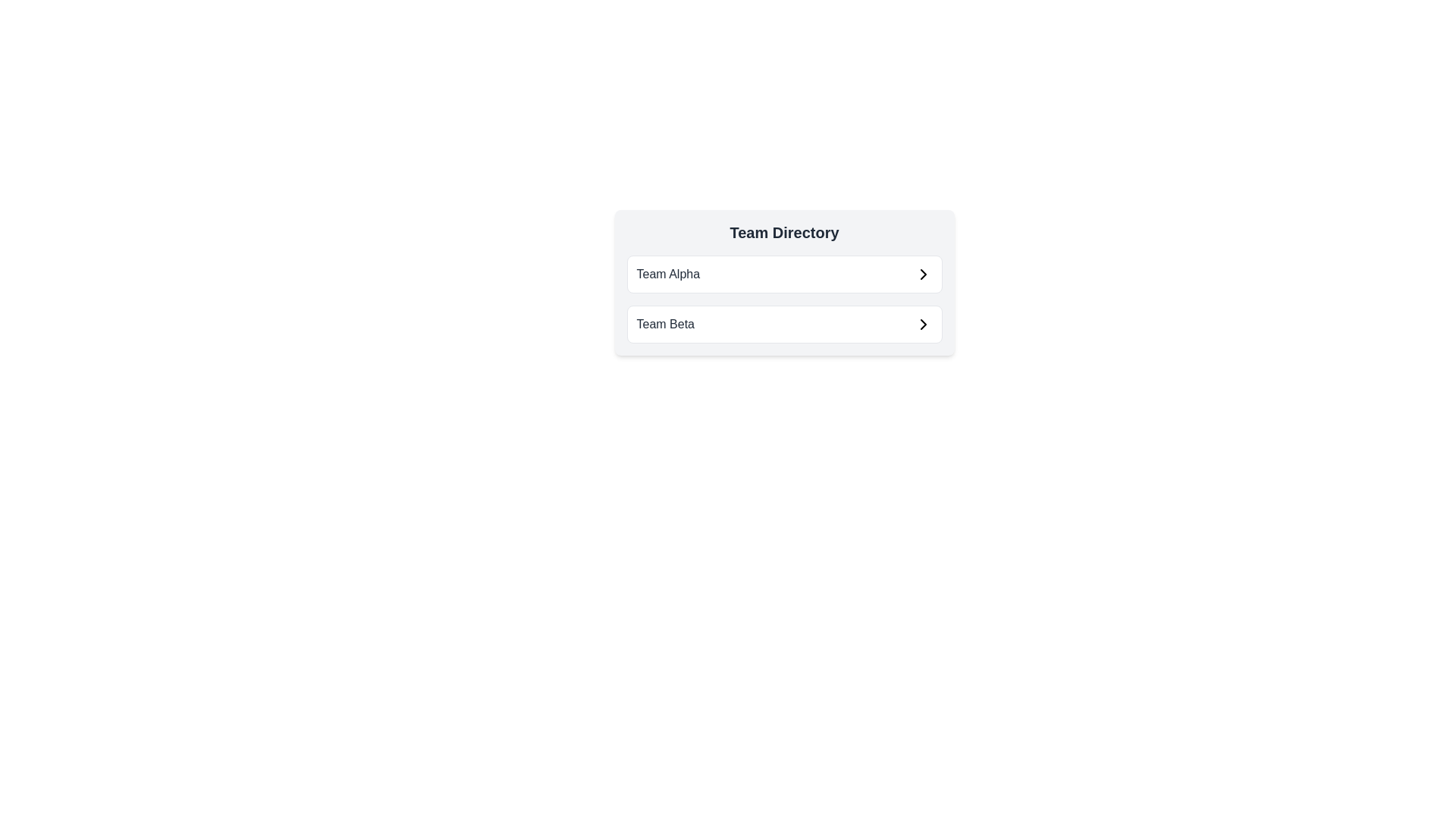 The height and width of the screenshot is (819, 1456). Describe the element at coordinates (665, 324) in the screenshot. I see `text of the label identifying 'Team Beta' located below 'Team Alpha' in the team names list` at that location.